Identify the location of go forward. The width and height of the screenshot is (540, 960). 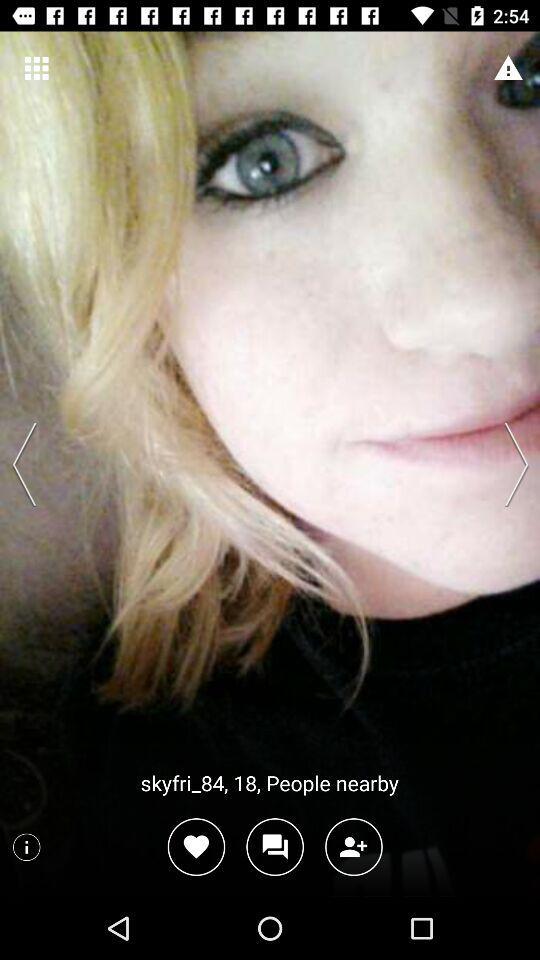
(510, 464).